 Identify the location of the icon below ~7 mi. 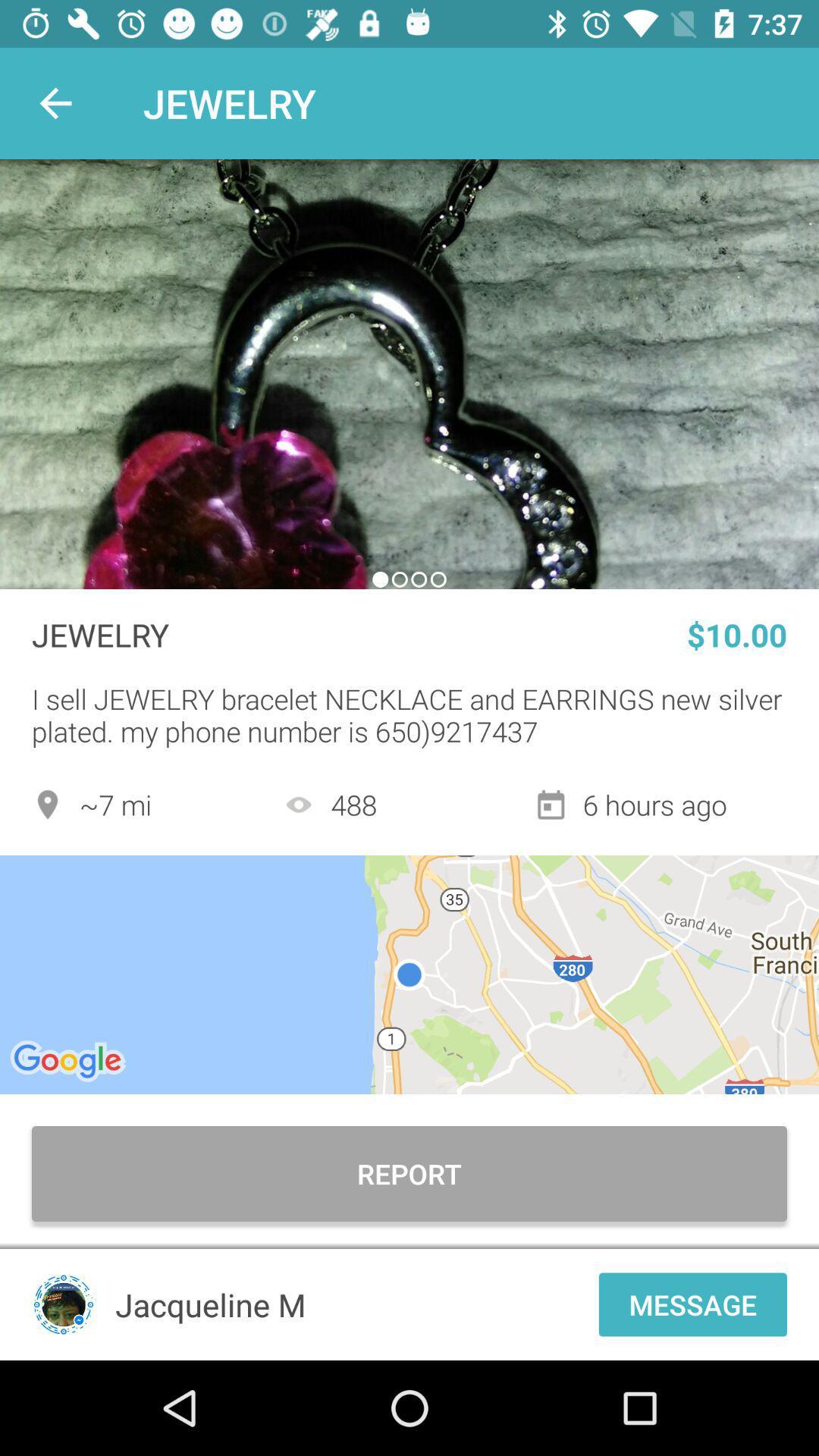
(409, 974).